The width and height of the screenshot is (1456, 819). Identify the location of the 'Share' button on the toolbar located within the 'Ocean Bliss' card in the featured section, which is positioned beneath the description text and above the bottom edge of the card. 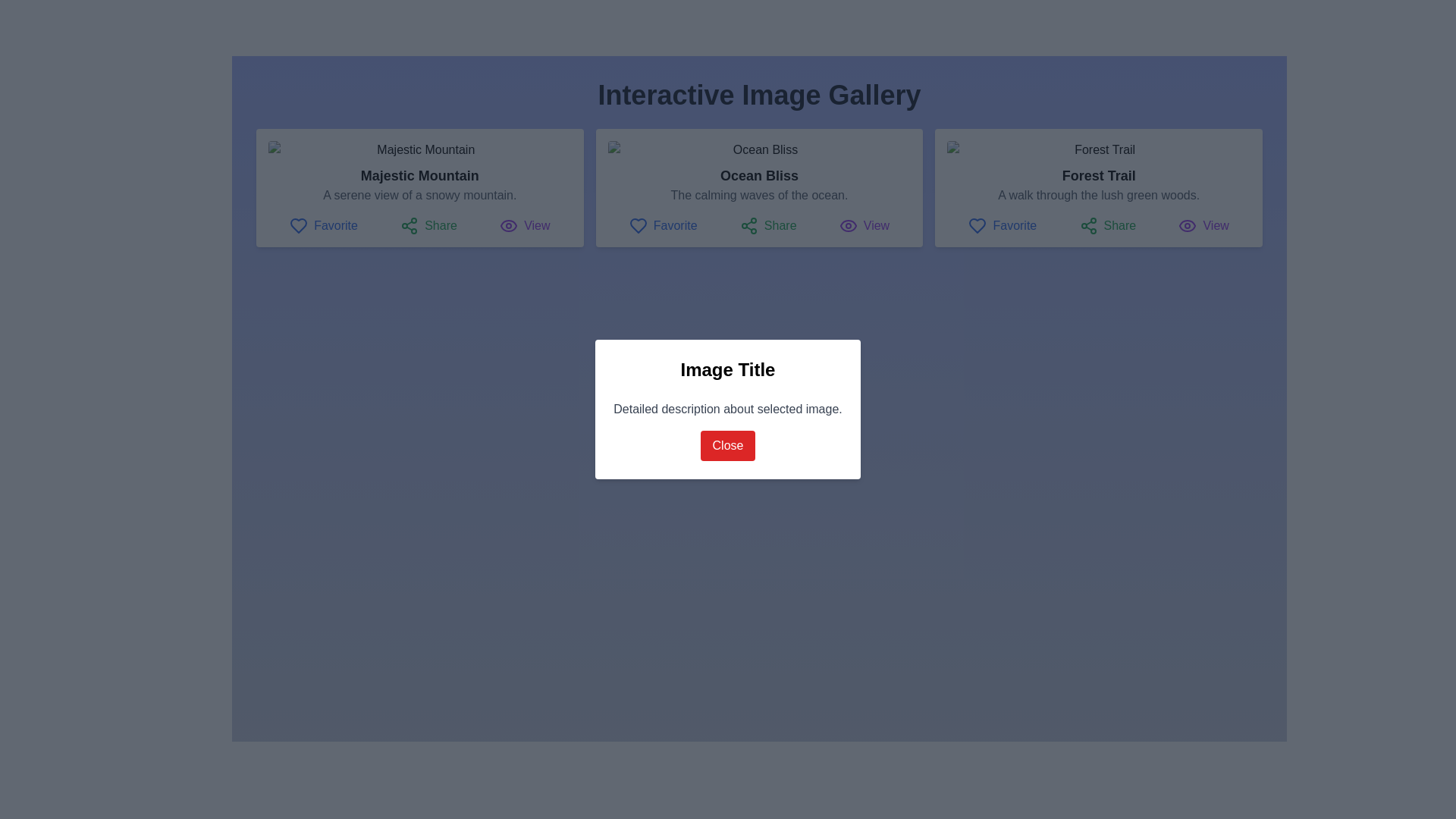
(759, 225).